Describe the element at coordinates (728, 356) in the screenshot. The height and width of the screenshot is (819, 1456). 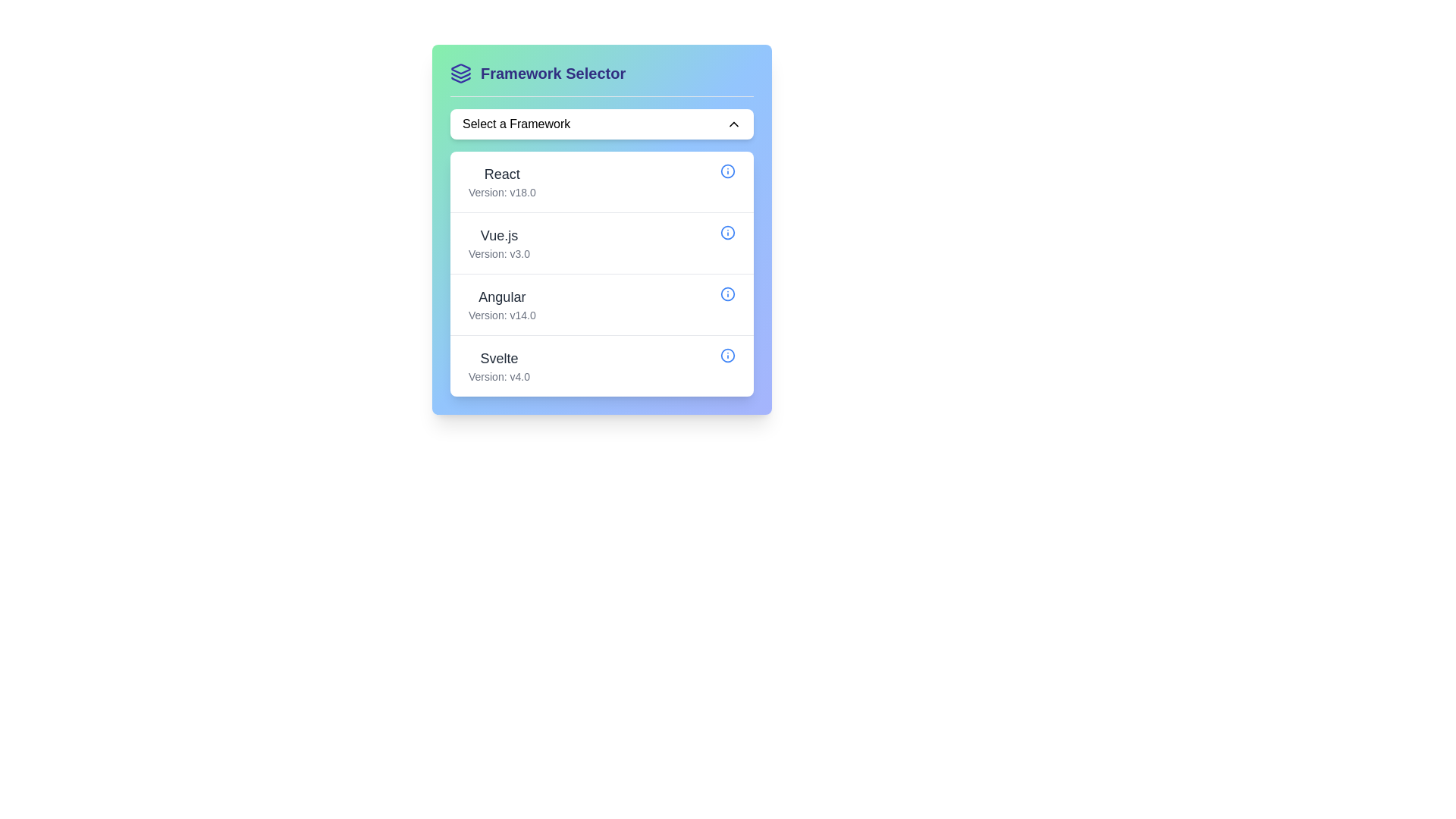
I see `the circular blue outlined icon located at the far-right side of the 'Svelte' row under the 'Framework Selector' list` at that location.